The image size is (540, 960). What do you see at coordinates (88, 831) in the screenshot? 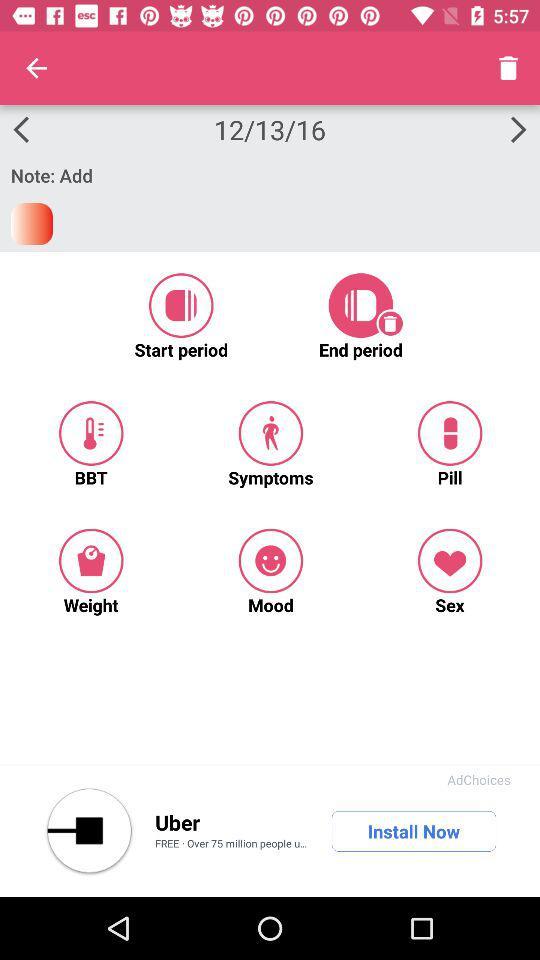
I see `go back` at bounding box center [88, 831].